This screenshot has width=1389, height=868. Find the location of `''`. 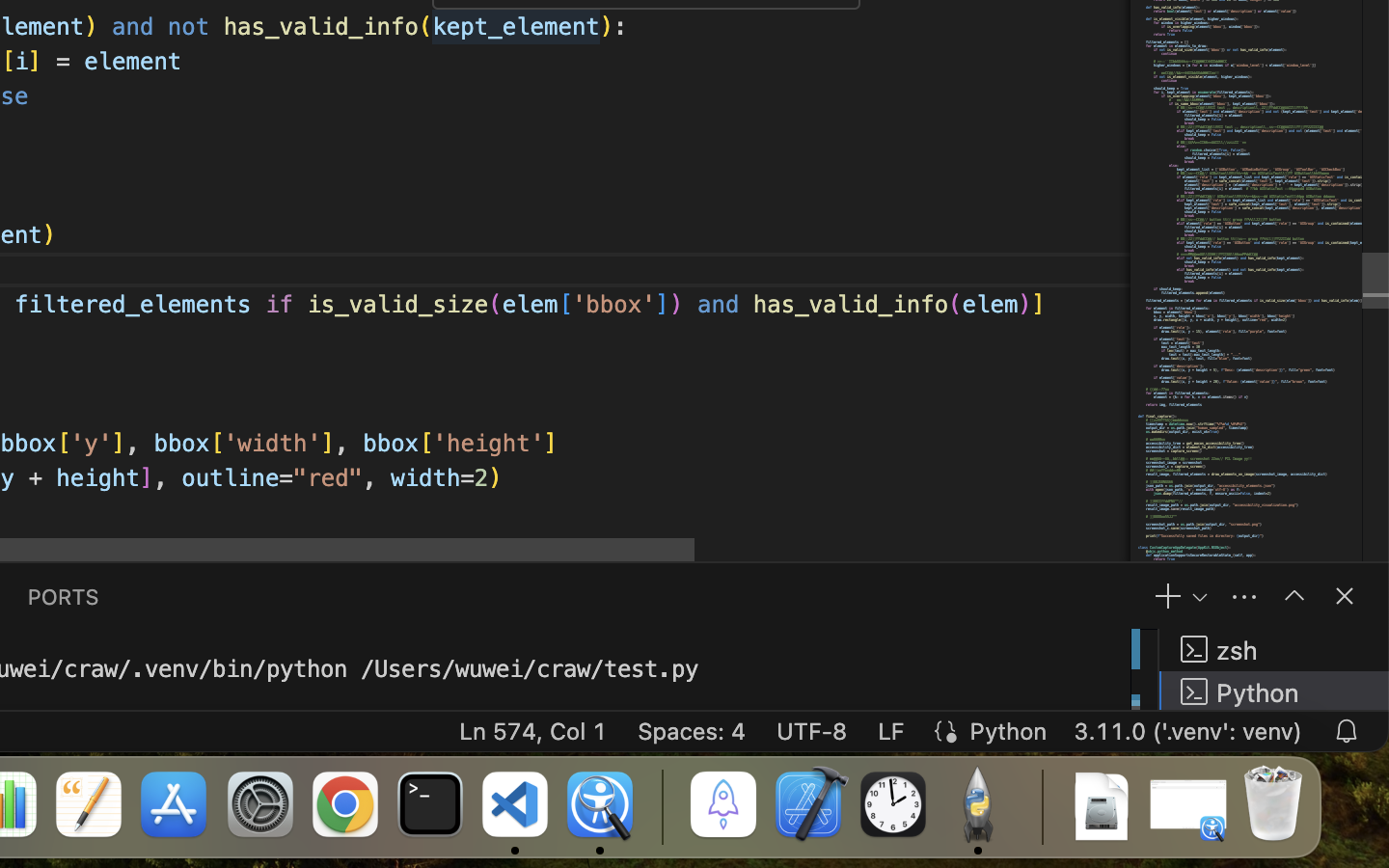

'' is located at coordinates (1293, 596).